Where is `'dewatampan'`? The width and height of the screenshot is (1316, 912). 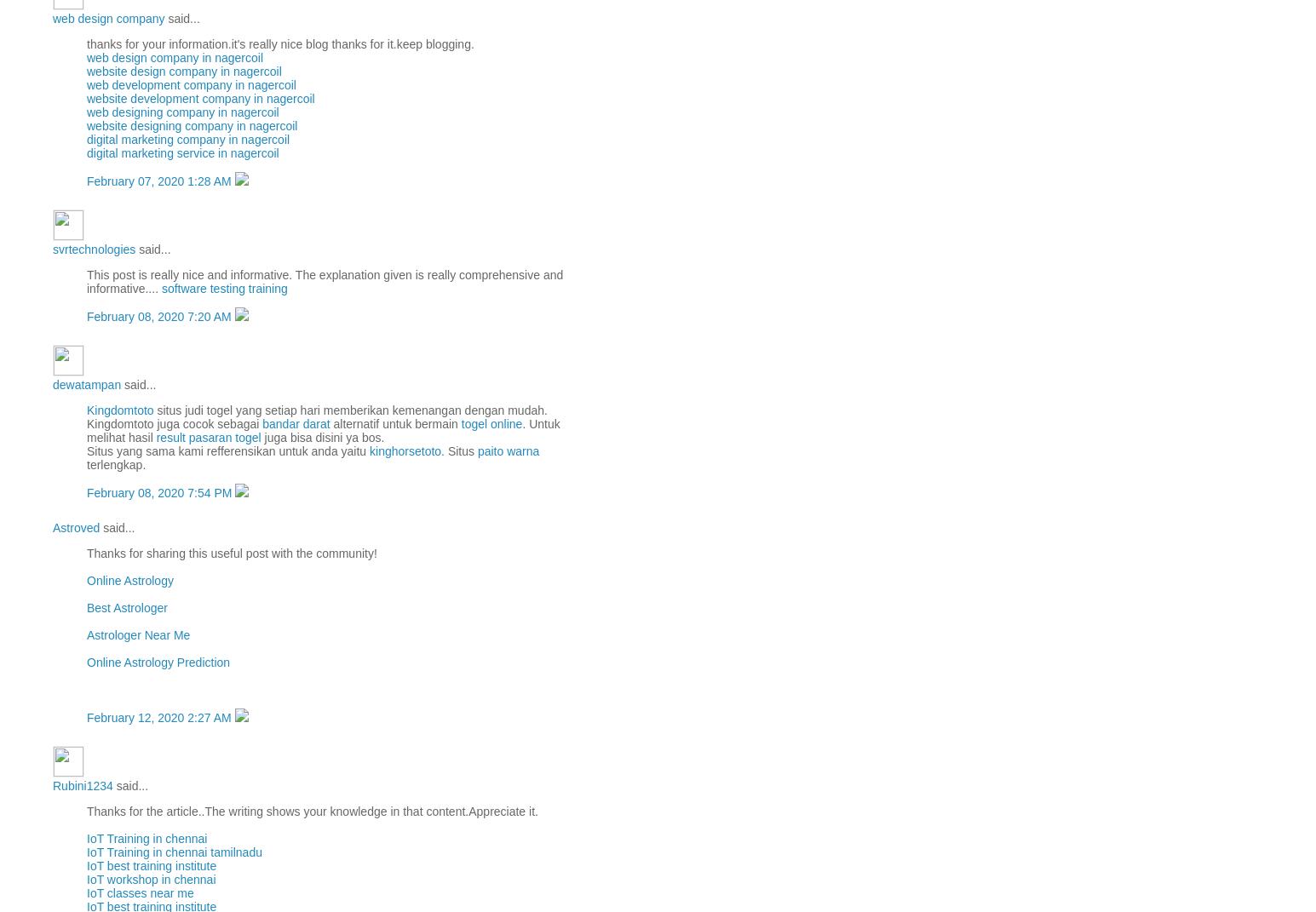 'dewatampan' is located at coordinates (85, 383).